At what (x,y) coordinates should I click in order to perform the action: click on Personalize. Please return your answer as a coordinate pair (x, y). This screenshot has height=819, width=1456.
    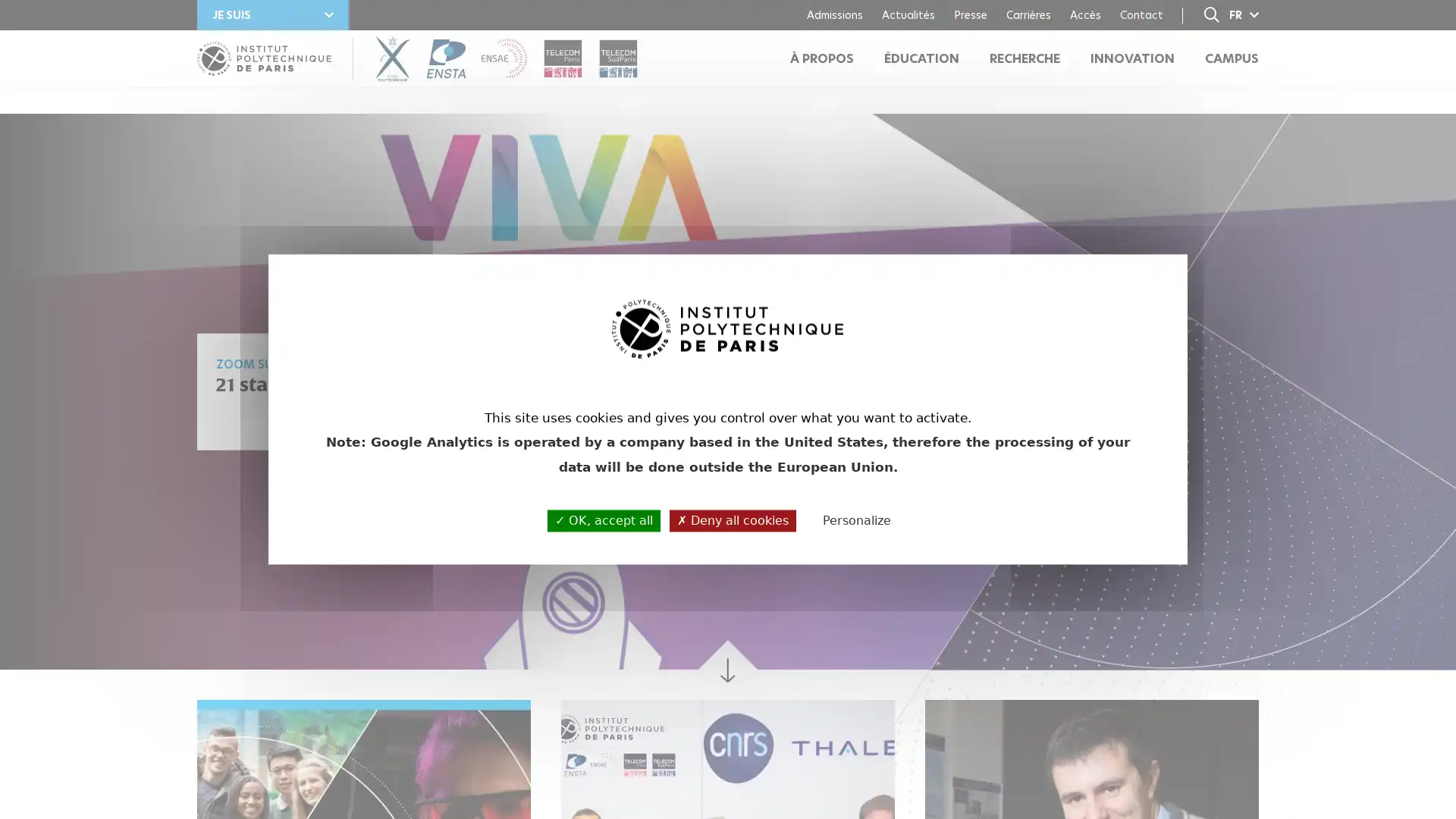
    Looking at the image, I should click on (856, 520).